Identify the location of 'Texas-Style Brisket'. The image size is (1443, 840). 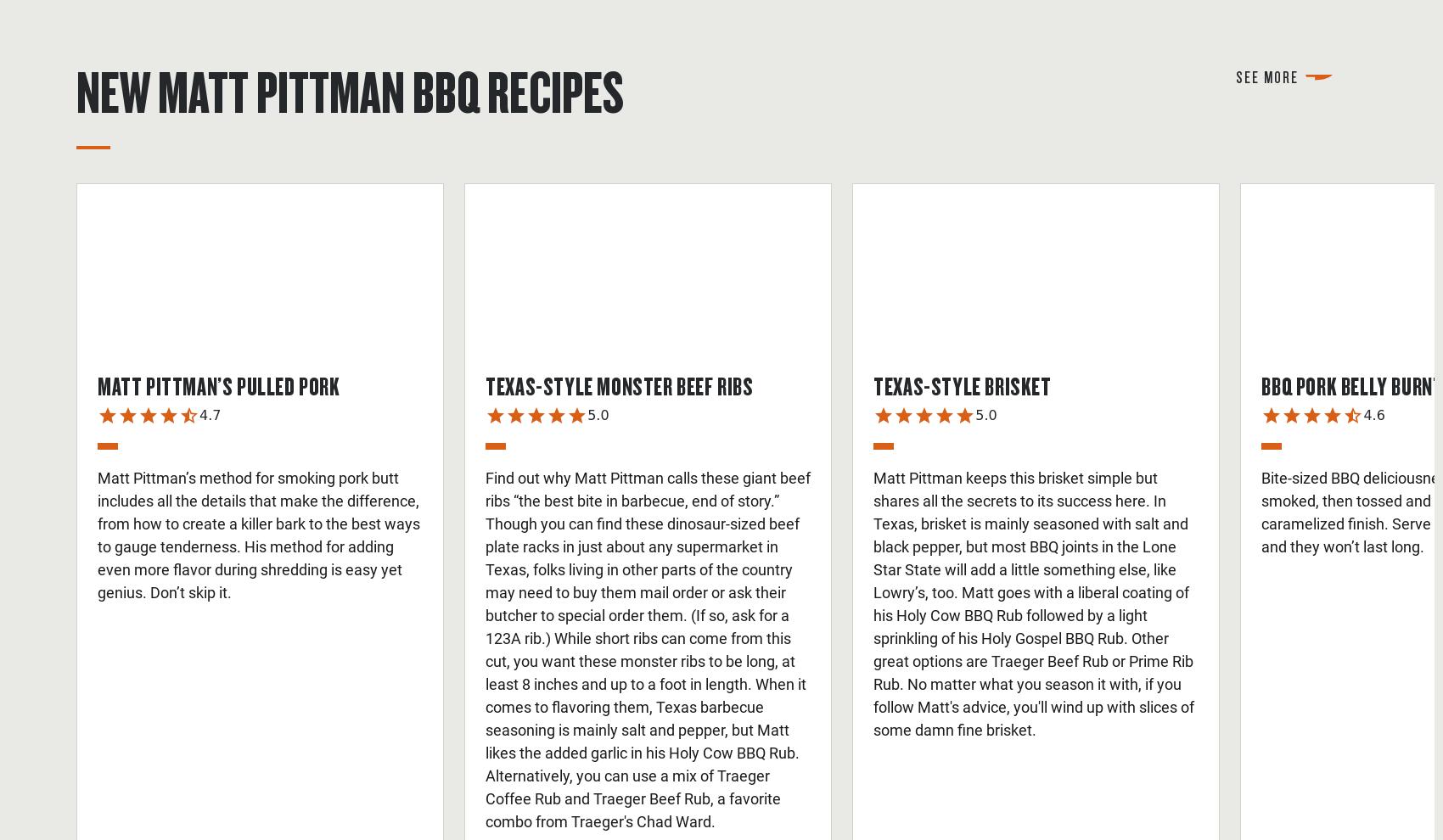
(962, 384).